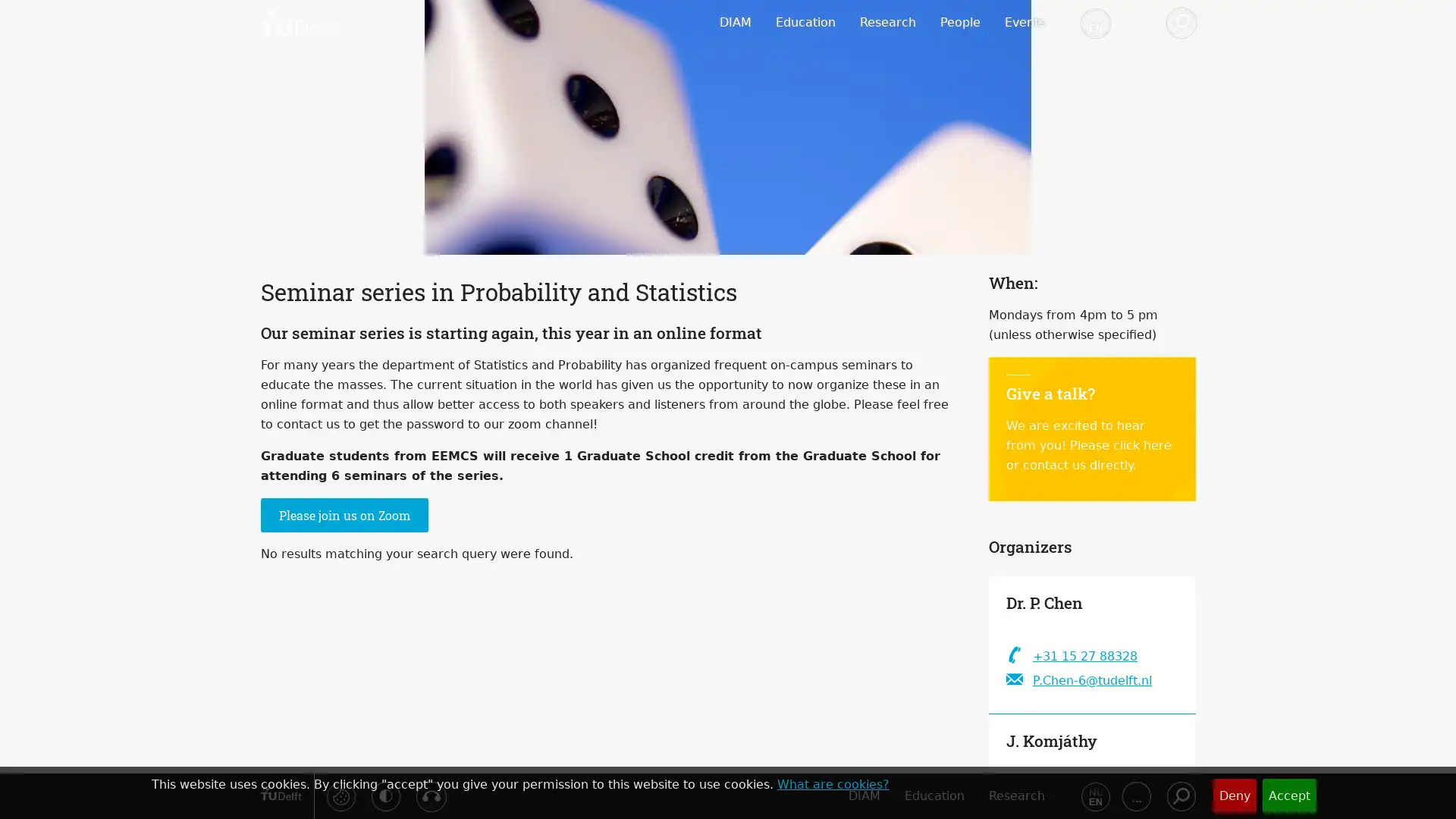 The width and height of the screenshot is (1456, 819). Describe the element at coordinates (1179, 23) in the screenshot. I see `Search` at that location.